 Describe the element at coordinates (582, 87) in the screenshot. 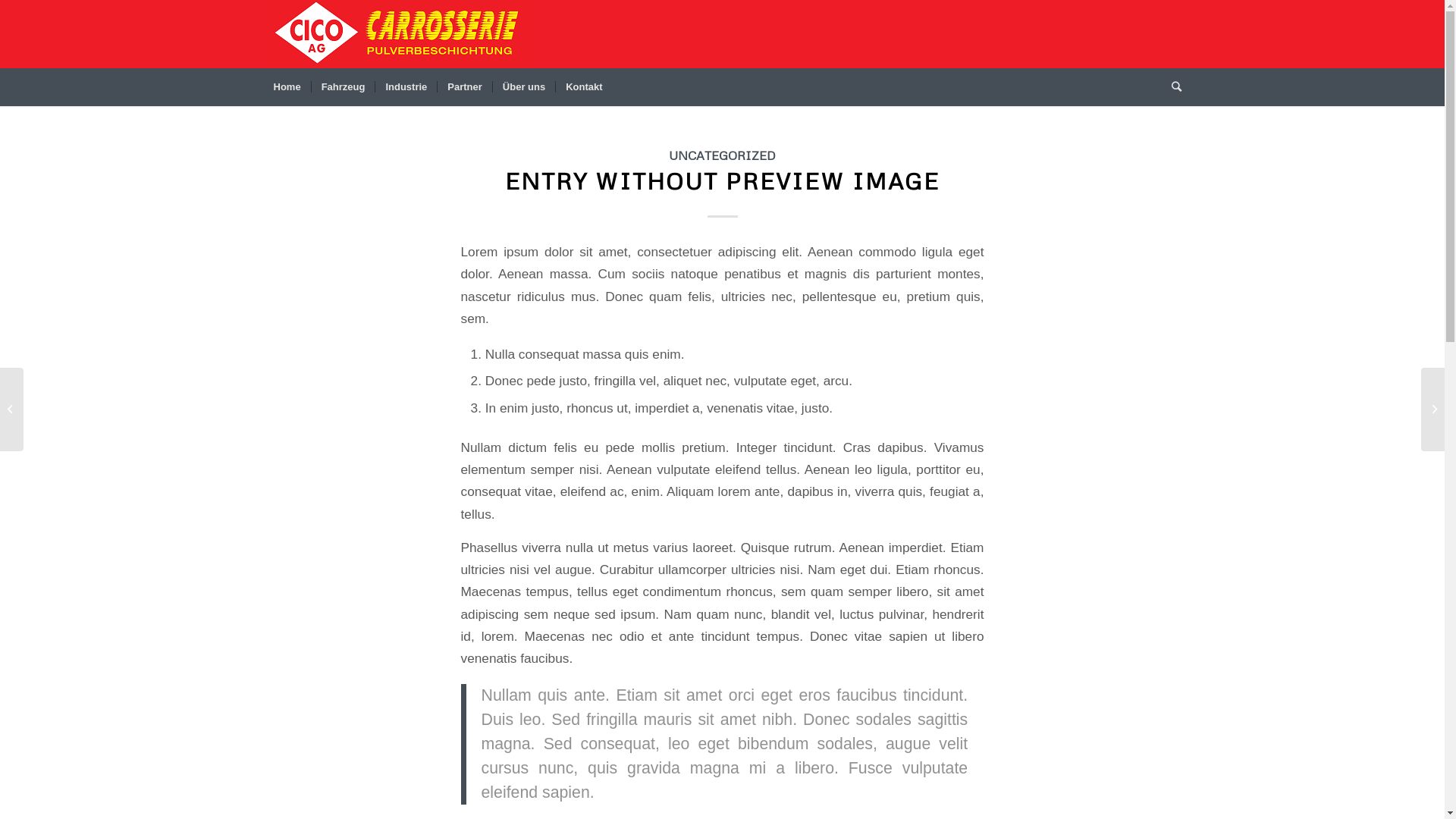

I see `'Kontakt'` at that location.